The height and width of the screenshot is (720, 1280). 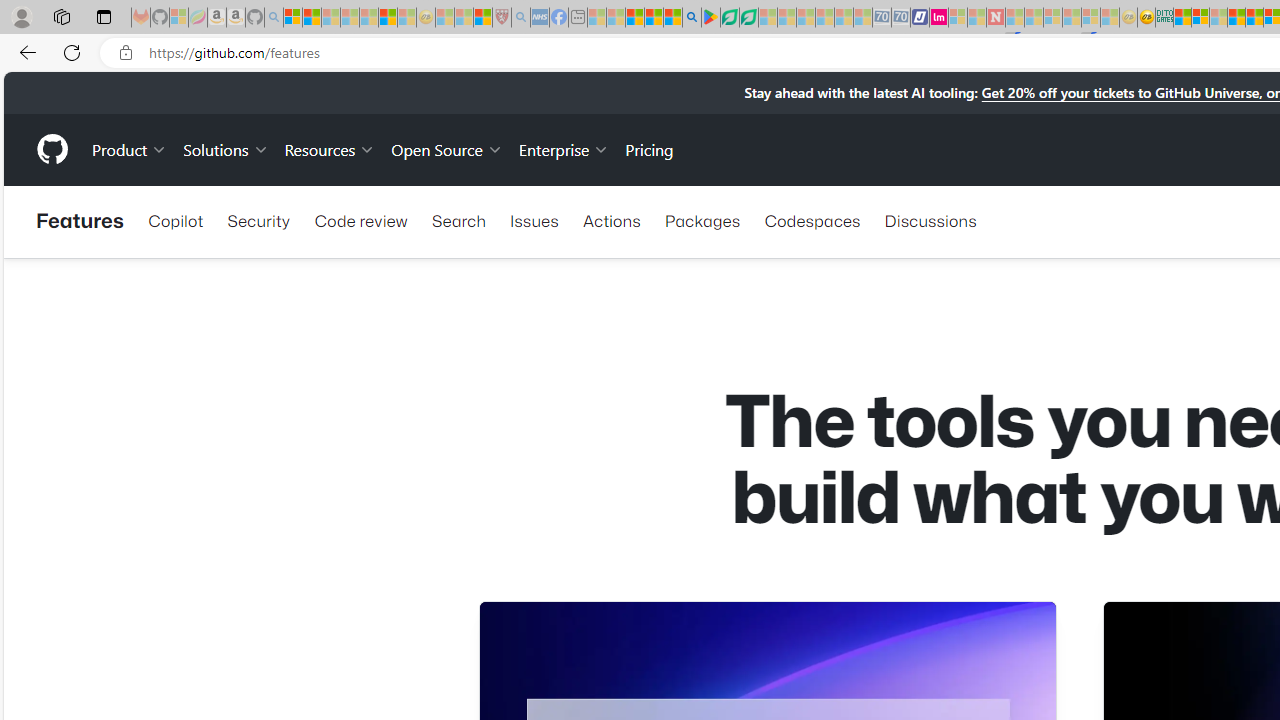 What do you see at coordinates (562, 148) in the screenshot?
I see `'Enterprise'` at bounding box center [562, 148].